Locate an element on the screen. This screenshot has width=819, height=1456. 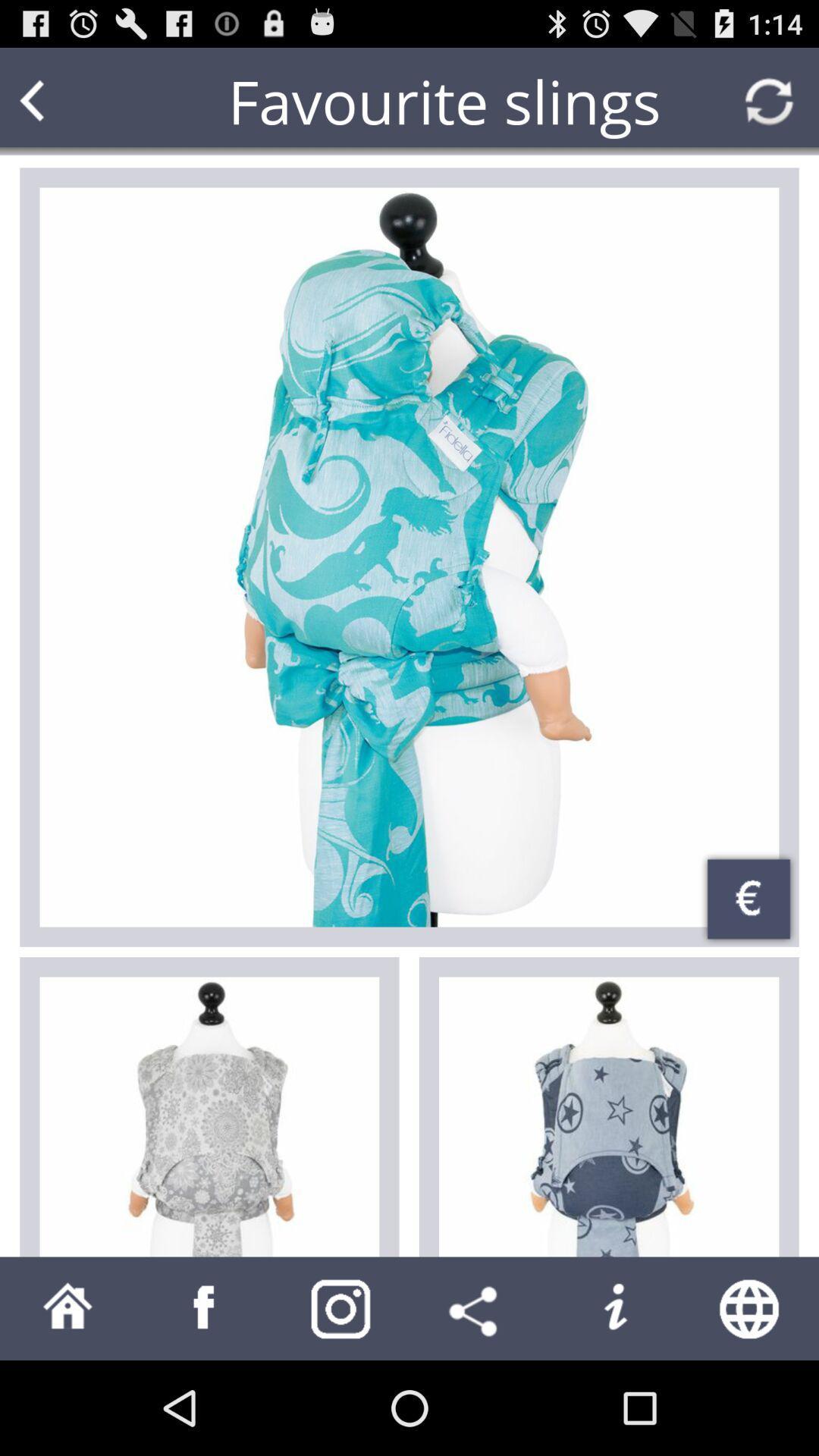
share with instgram is located at coordinates (341, 1307).